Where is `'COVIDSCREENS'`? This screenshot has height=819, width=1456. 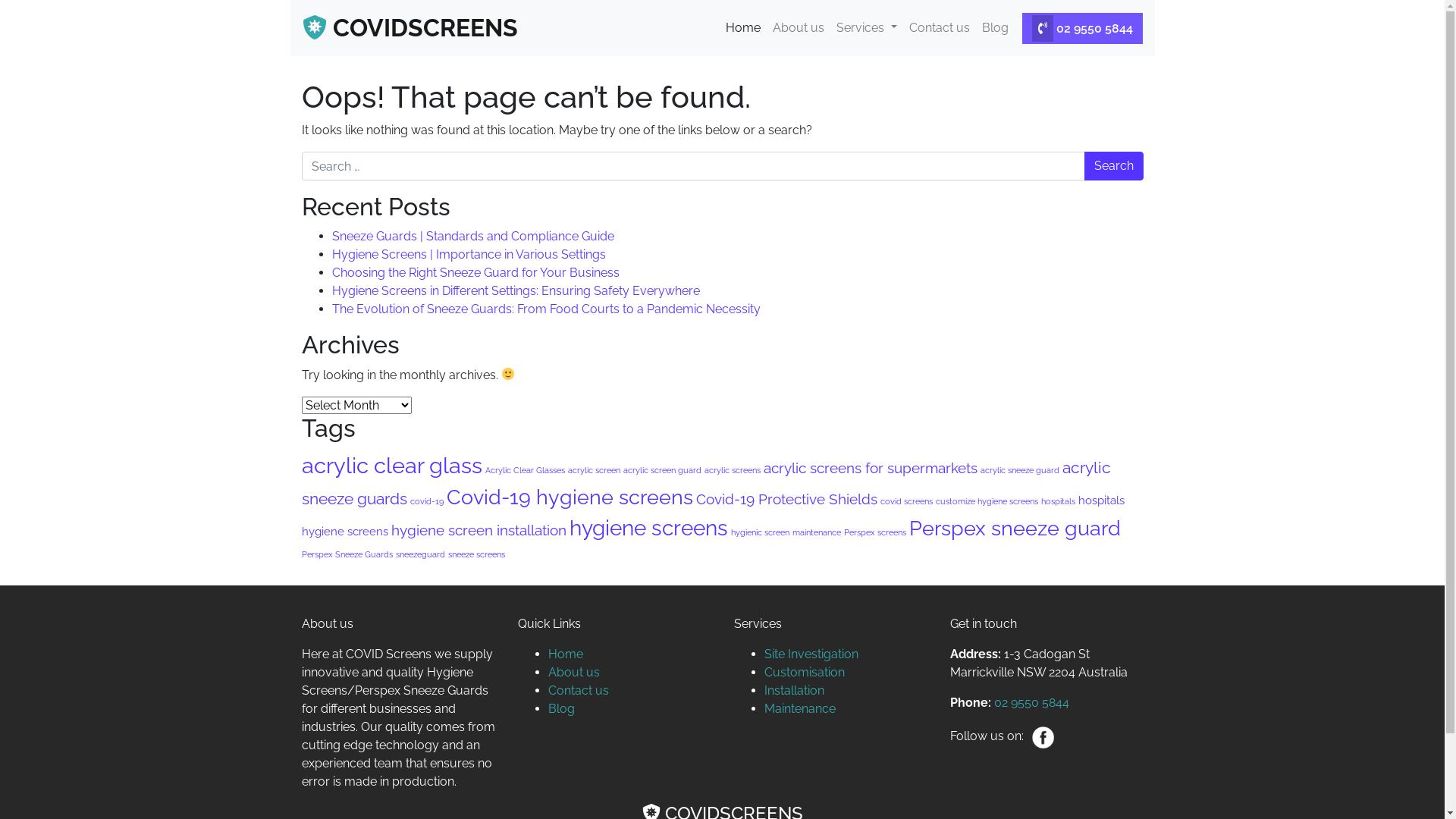
'COVIDSCREENS' is located at coordinates (409, 28).